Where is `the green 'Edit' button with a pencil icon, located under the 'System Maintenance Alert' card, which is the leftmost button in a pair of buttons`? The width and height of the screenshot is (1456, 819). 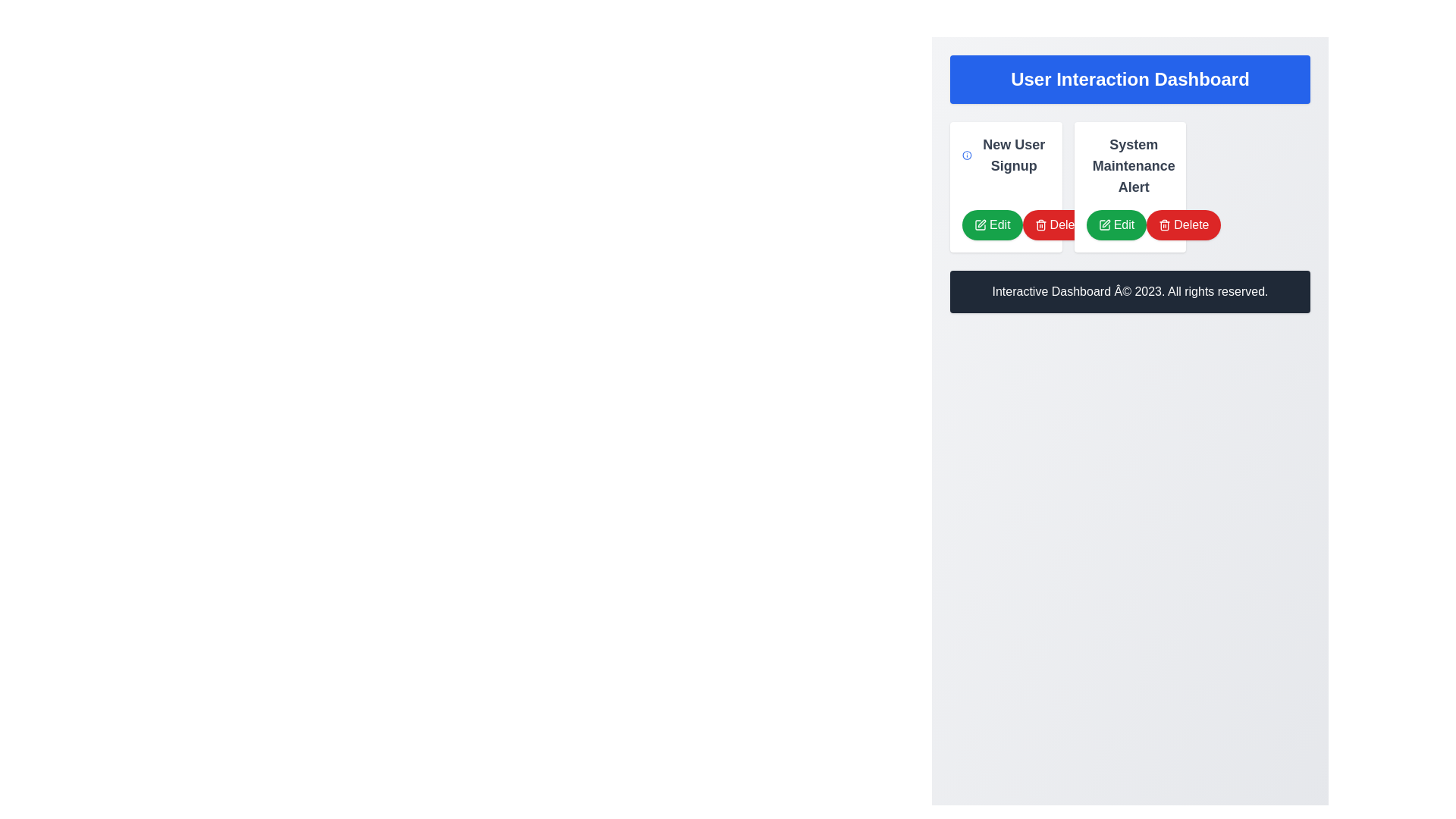
the green 'Edit' button with a pencil icon, located under the 'System Maintenance Alert' card, which is the leftmost button in a pair of buttons is located at coordinates (1130, 225).